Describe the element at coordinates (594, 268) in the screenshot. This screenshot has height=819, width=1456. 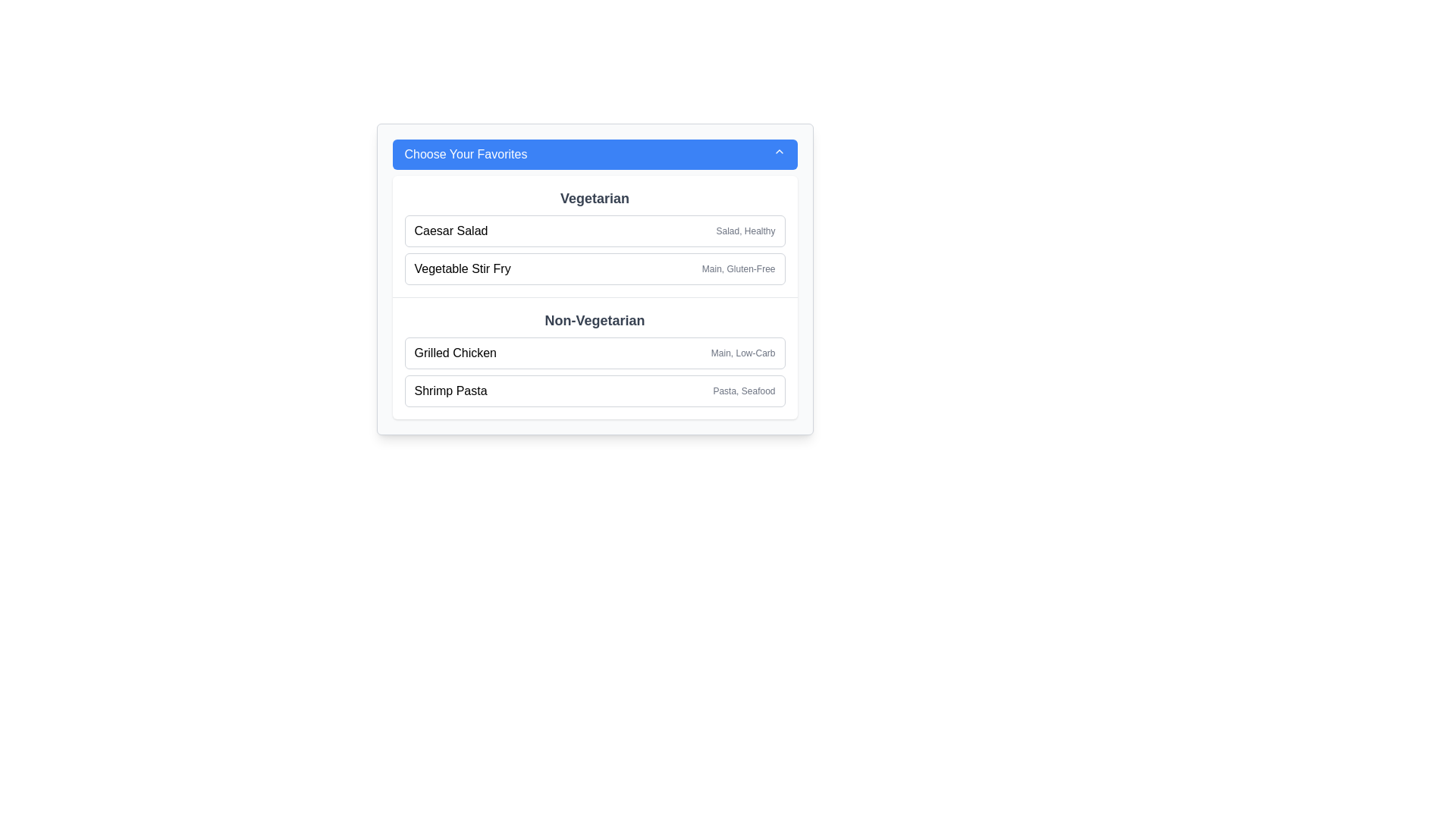
I see `the 'Vegetable Stir Fry' button-like list item in the menu` at that location.